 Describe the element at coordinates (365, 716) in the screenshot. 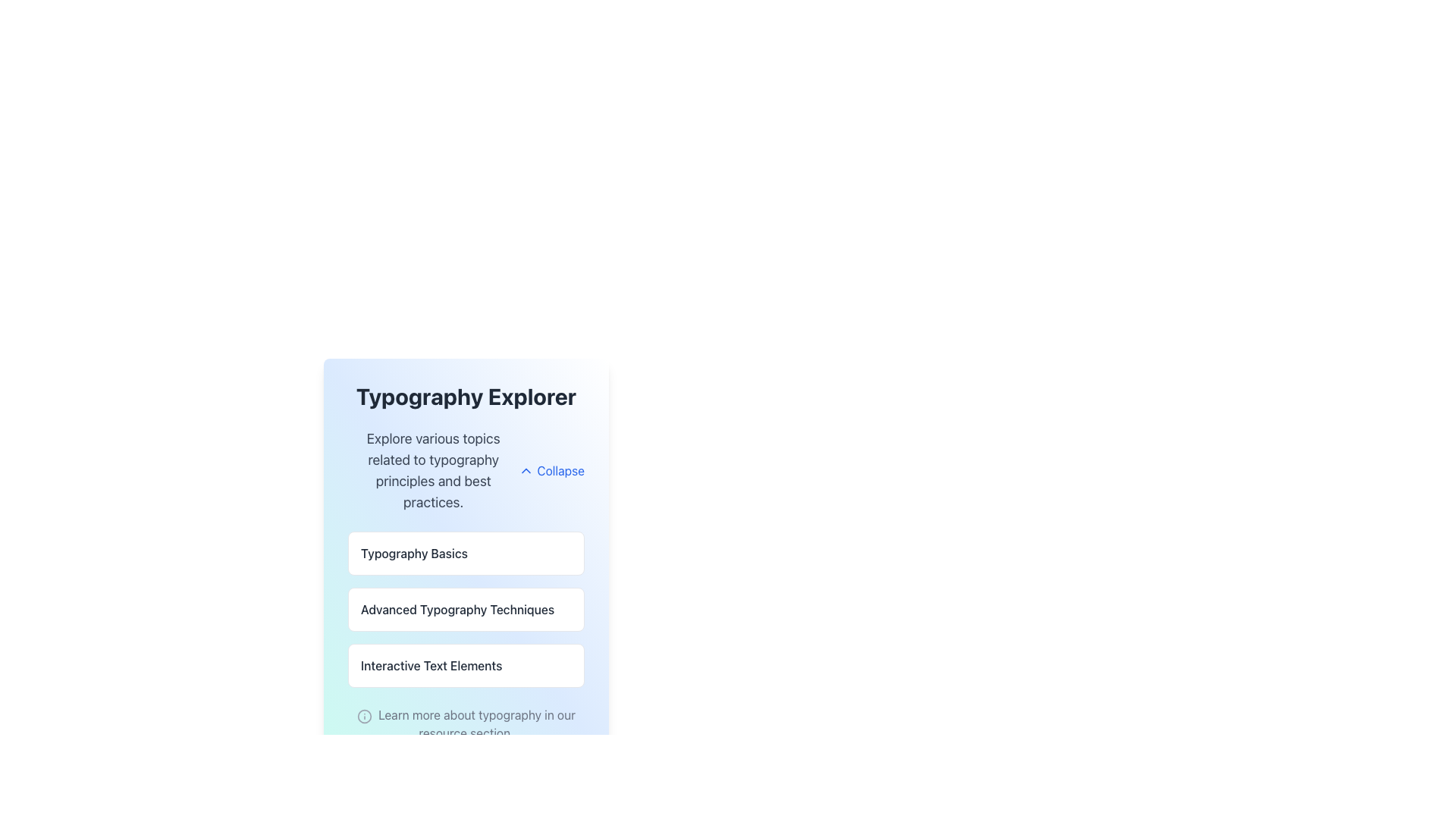

I see `the Circular SVG Icon located at the bottom of the 'Typography Explorer' section` at that location.